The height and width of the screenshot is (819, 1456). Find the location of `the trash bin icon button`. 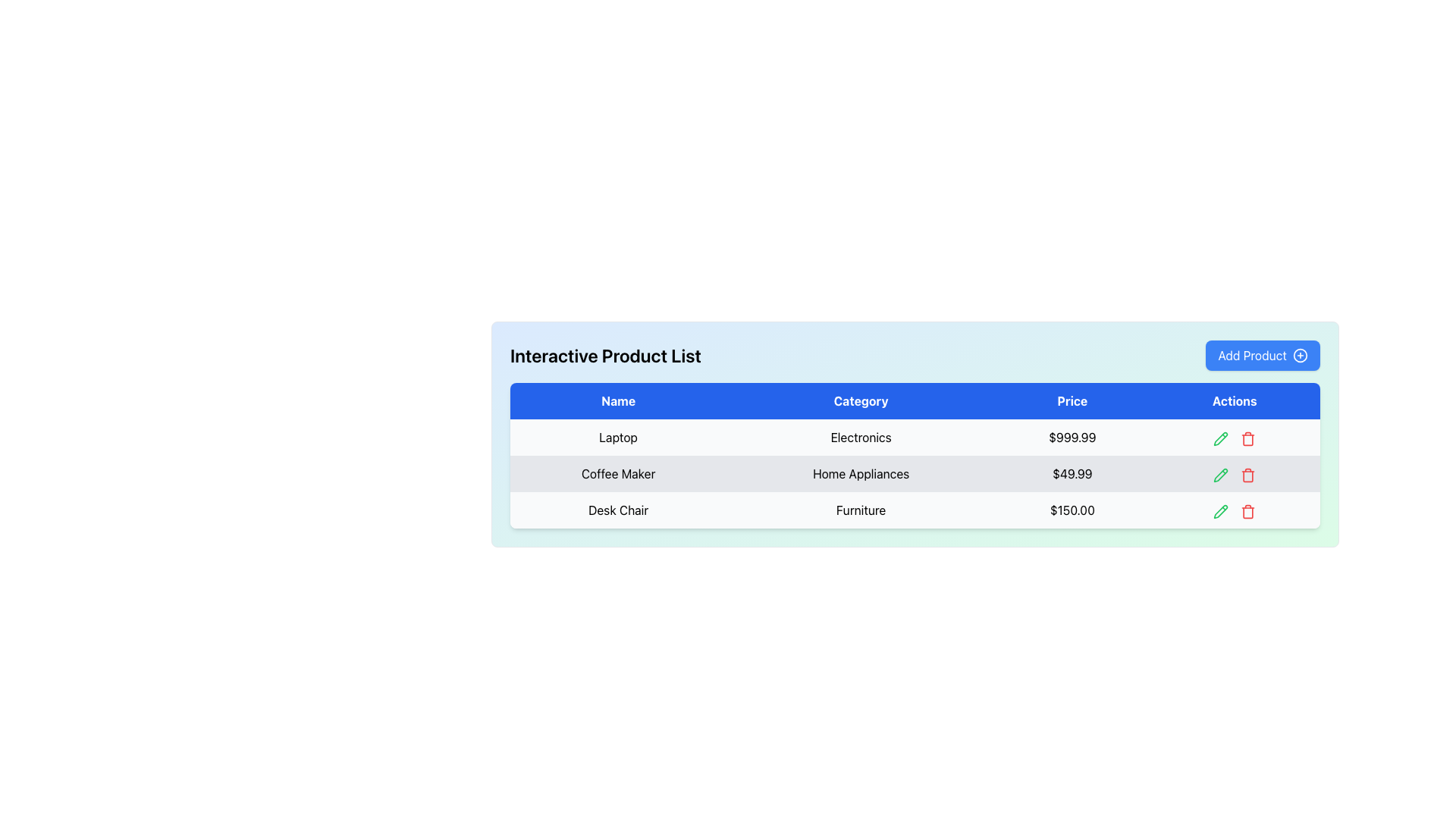

the trash bin icon button is located at coordinates (1248, 474).